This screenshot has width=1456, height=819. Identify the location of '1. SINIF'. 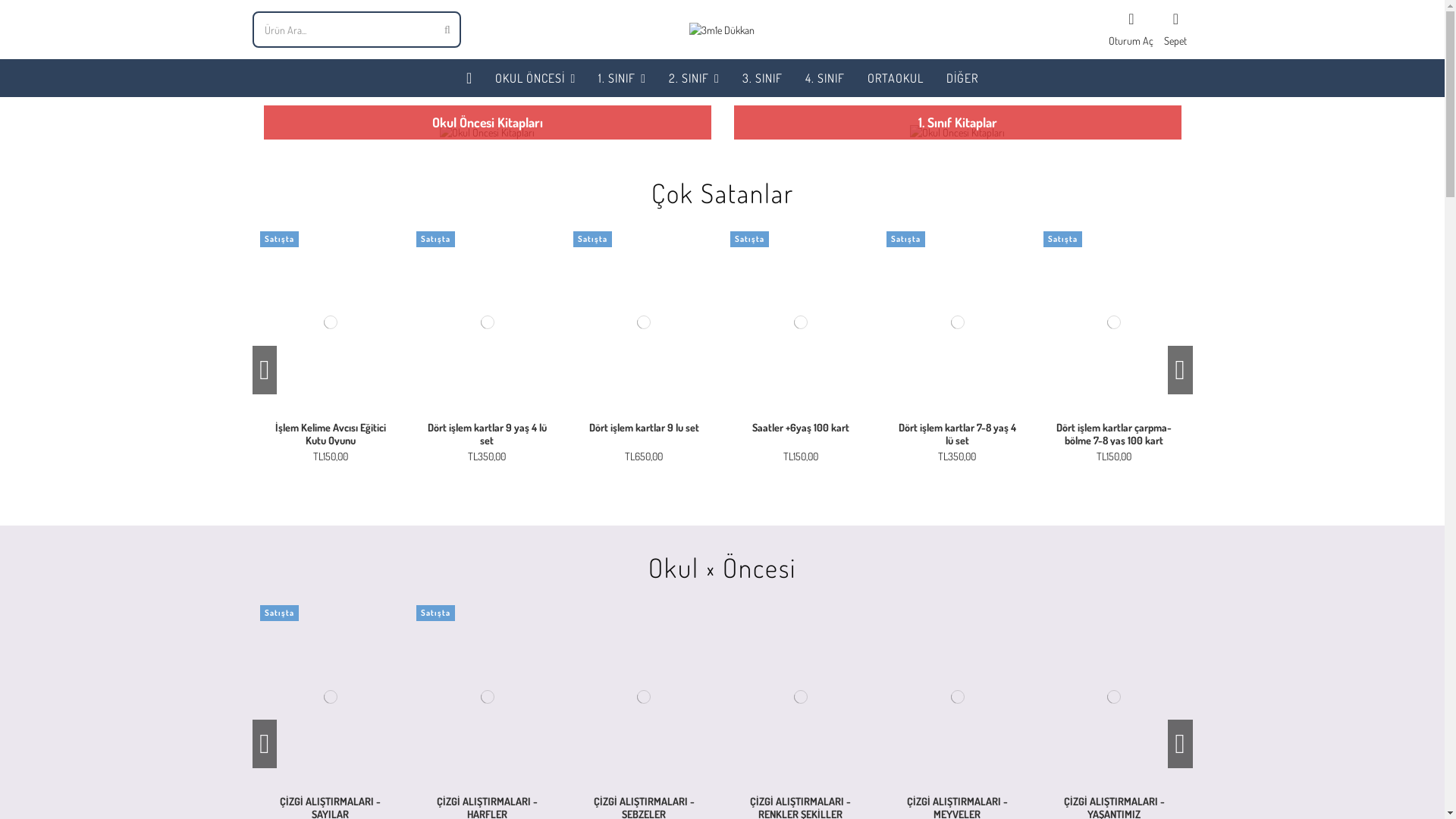
(622, 78).